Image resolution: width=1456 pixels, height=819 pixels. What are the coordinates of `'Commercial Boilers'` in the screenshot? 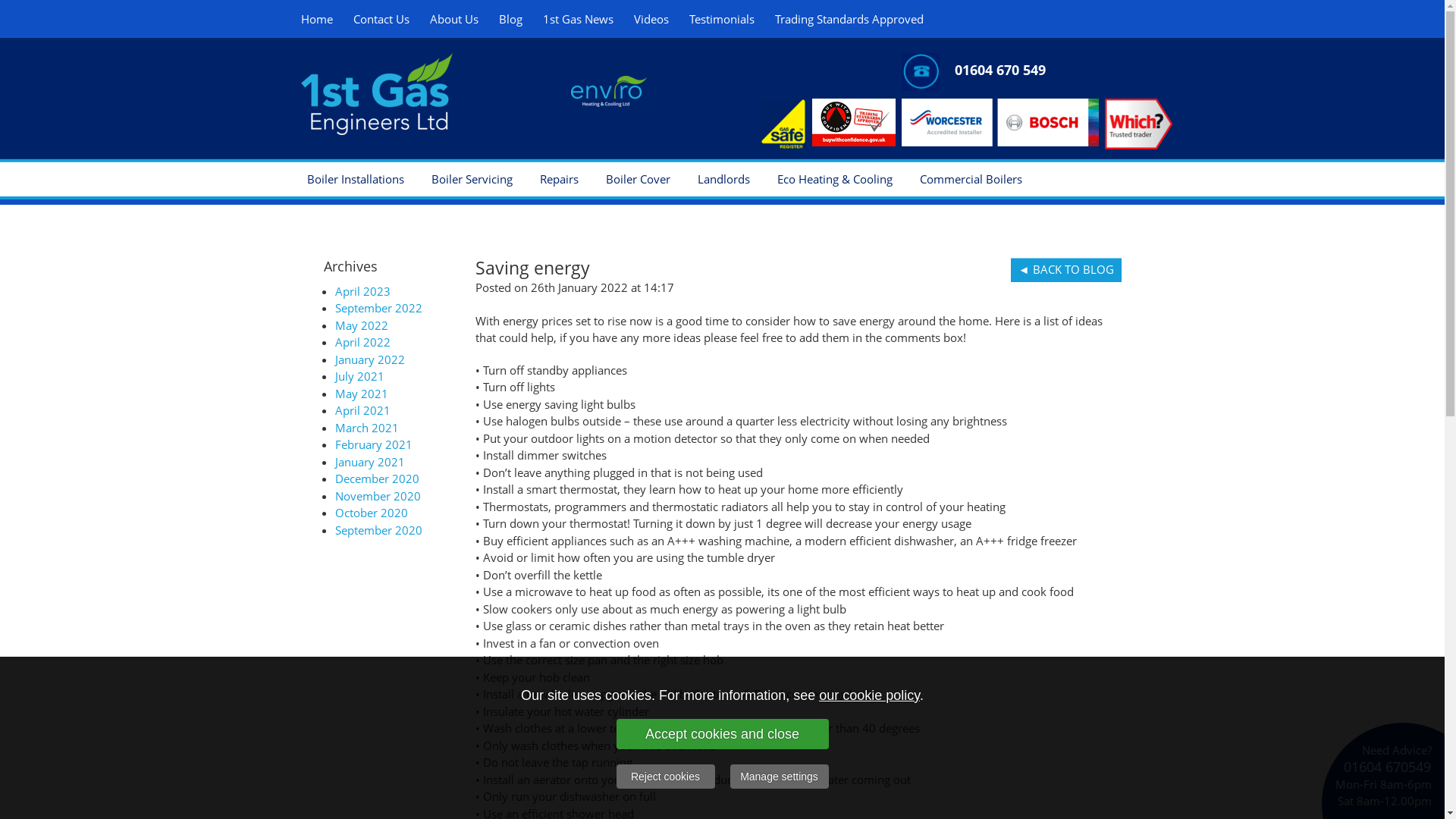 It's located at (969, 177).